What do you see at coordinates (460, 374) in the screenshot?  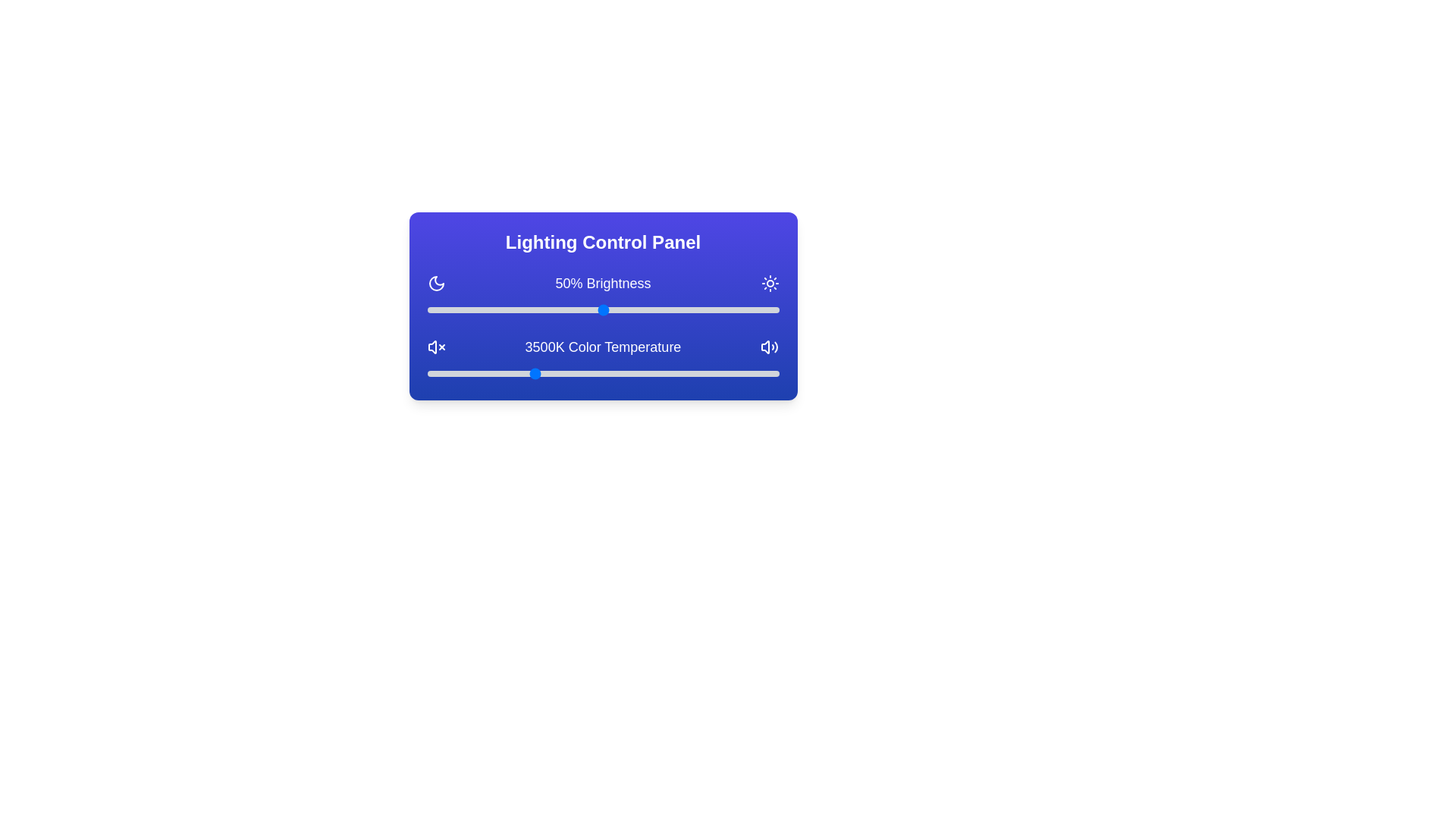 I see `the color temperature slider to 2470 K` at bounding box center [460, 374].